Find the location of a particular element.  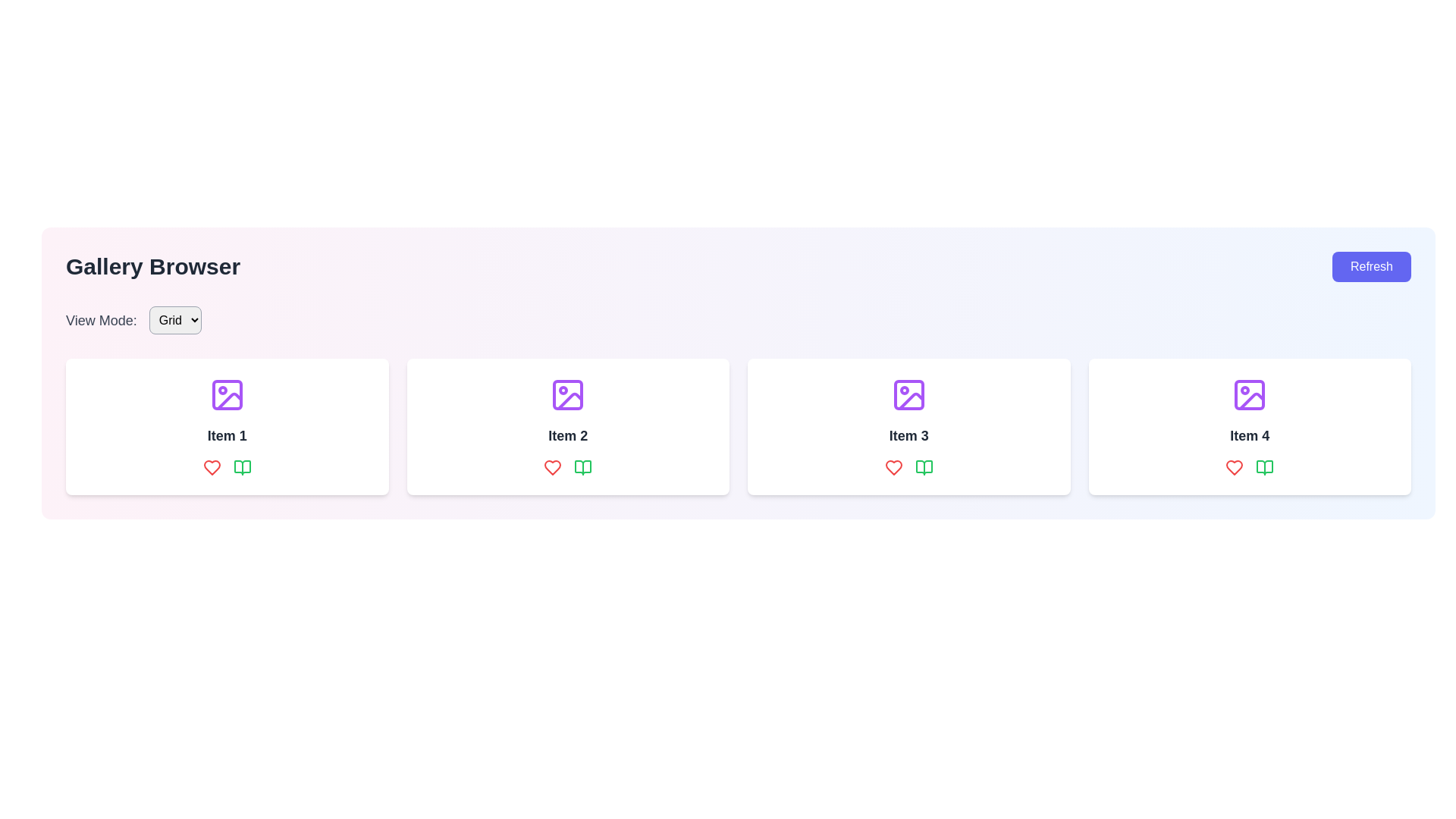

the green book icon button located in the fourth item card, positioned to the right of the heart icon, which is the second icon in the row of icons at the bottom of the card is located at coordinates (1265, 467).